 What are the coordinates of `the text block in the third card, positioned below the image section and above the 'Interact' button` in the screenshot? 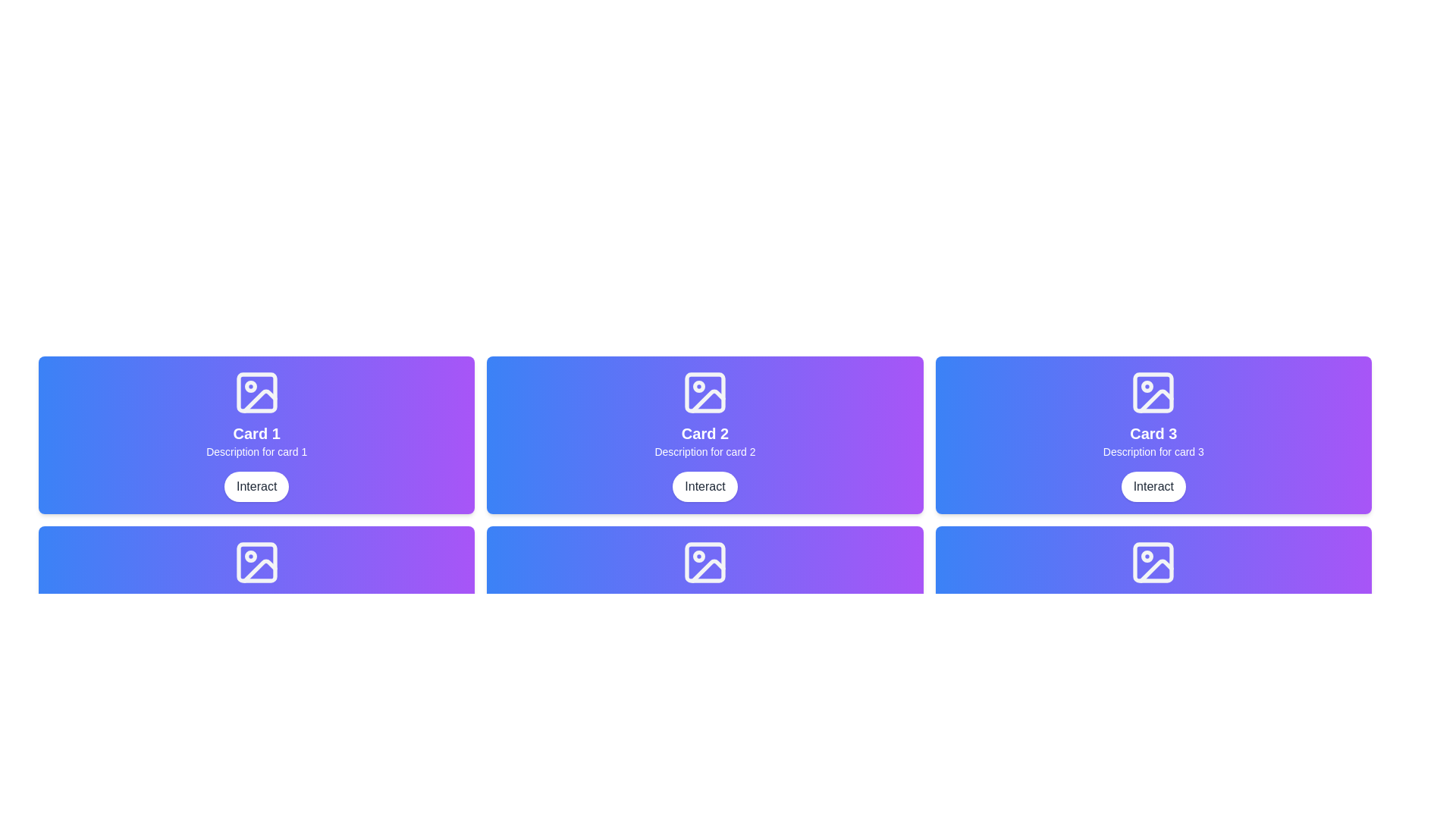 It's located at (1153, 441).